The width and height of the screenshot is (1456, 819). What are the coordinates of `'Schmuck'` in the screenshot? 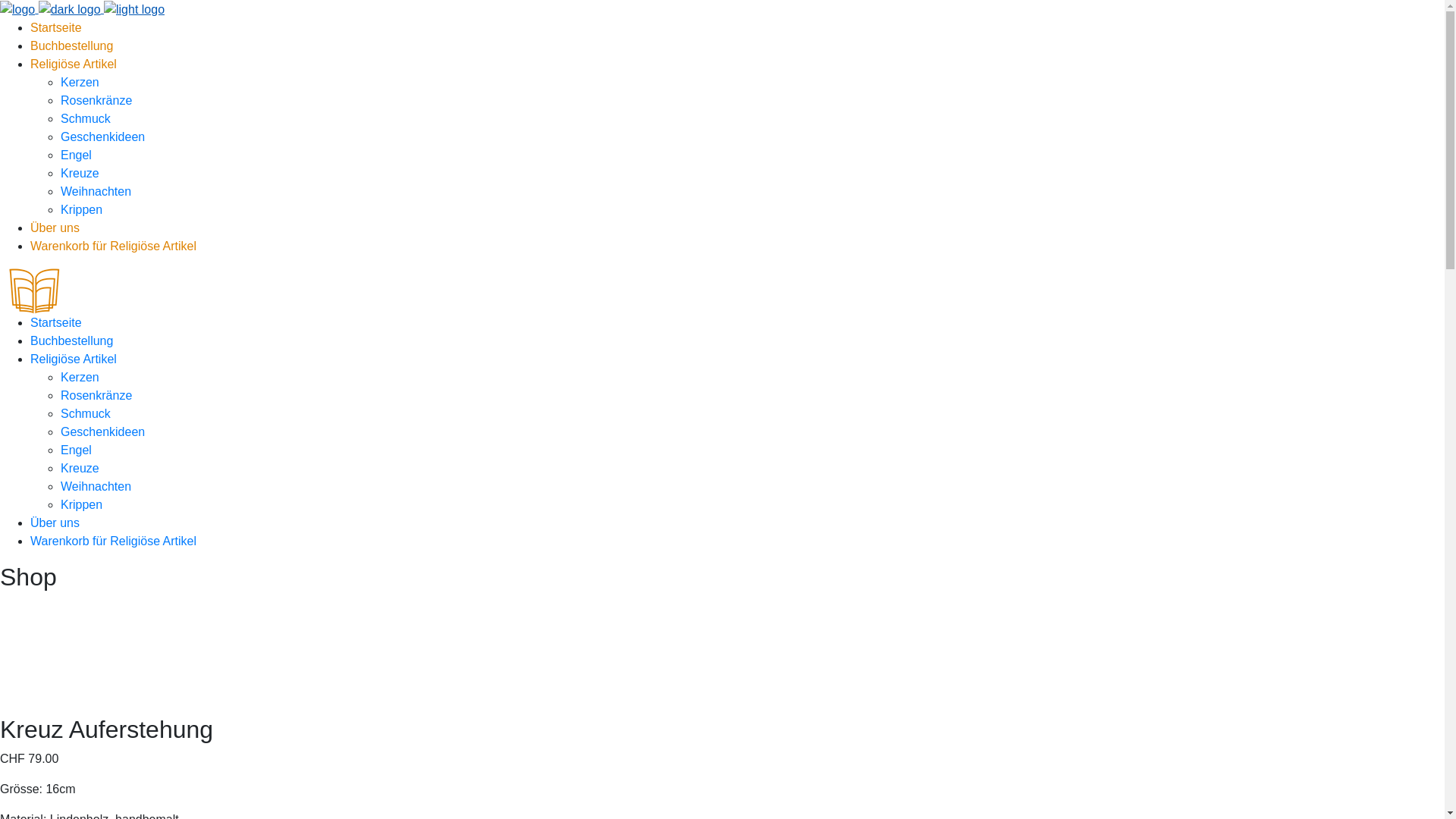 It's located at (85, 413).